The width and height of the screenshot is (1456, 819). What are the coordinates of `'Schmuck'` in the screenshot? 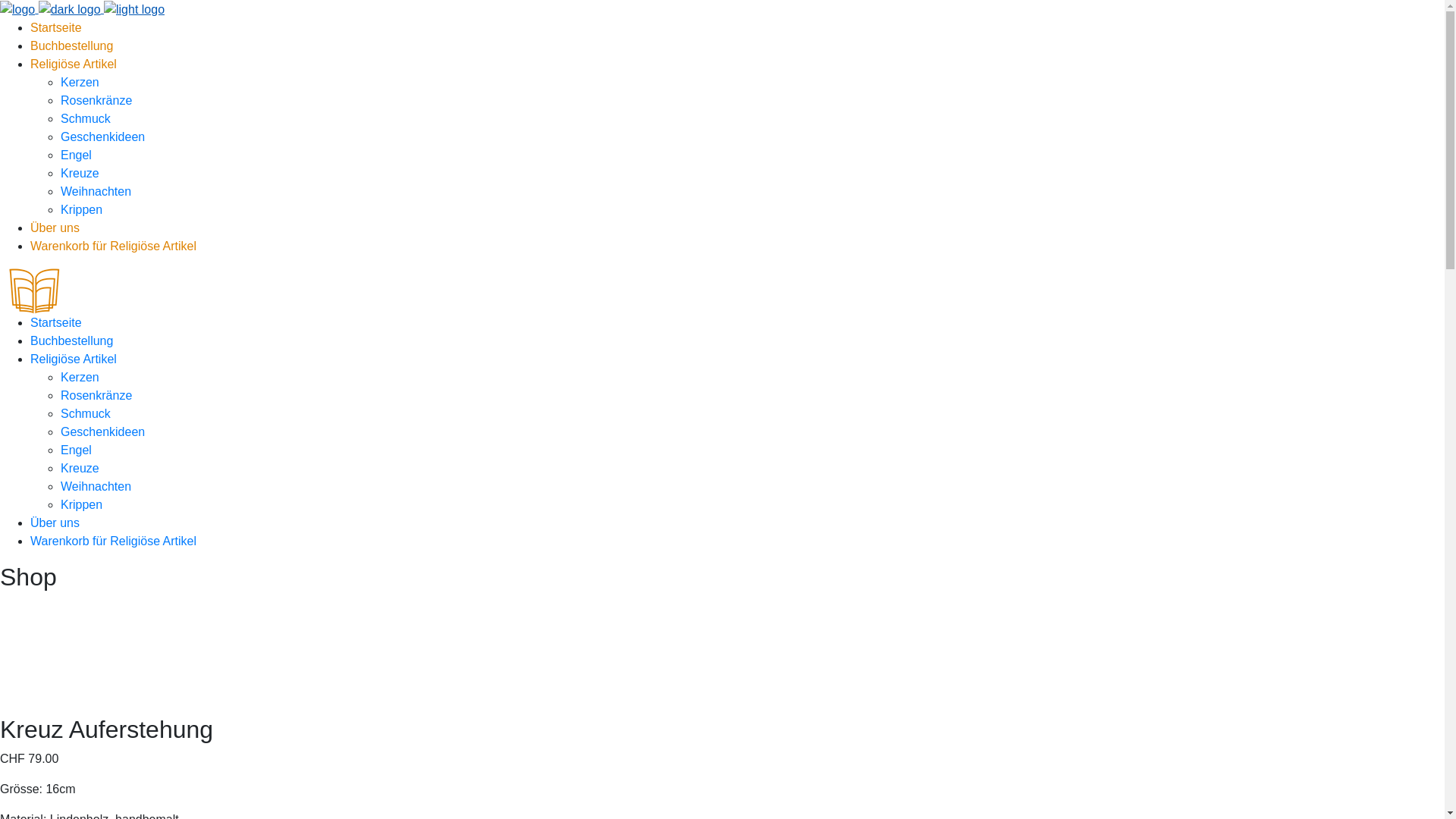 It's located at (85, 413).